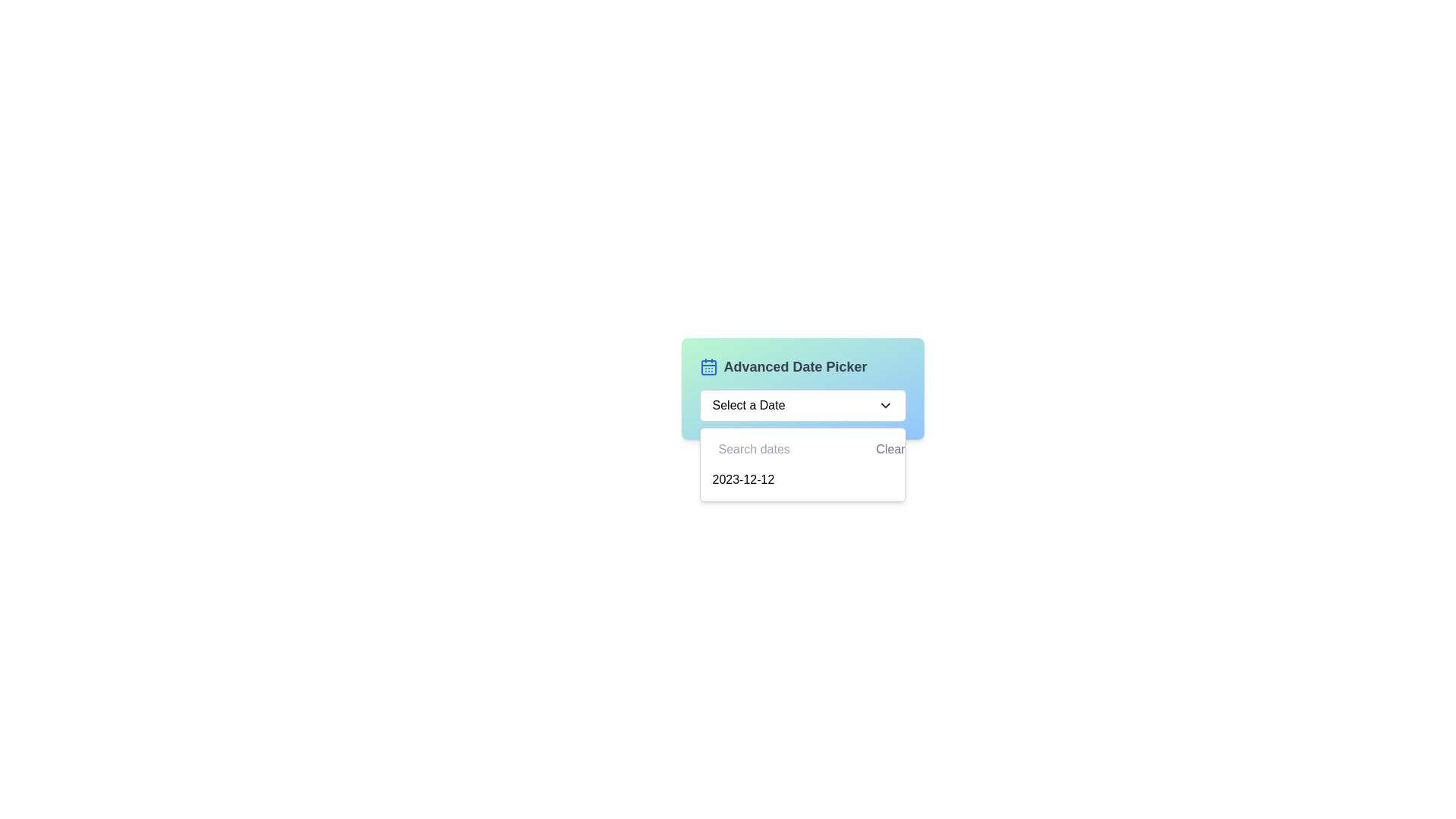 Image resolution: width=1456 pixels, height=819 pixels. I want to click on the bold, large-sized text label reading 'Advanced Date Picker', which is styled in gray and positioned next to a calendar icon in the date picker interface, so click(795, 366).